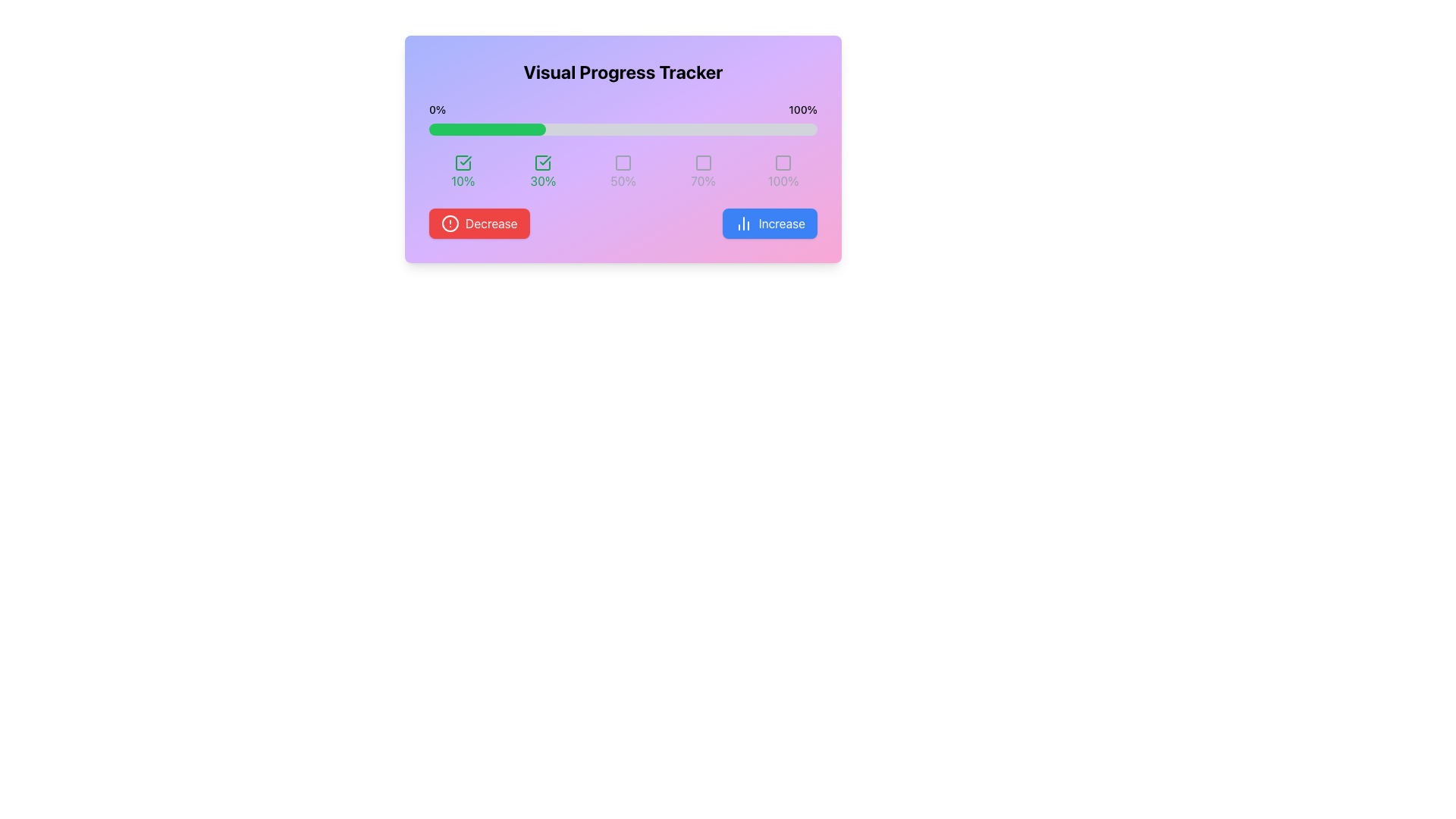  What do you see at coordinates (543, 171) in the screenshot?
I see `the checkbox in the second progress indicator that signifies 30% completion to interact with the progress` at bounding box center [543, 171].